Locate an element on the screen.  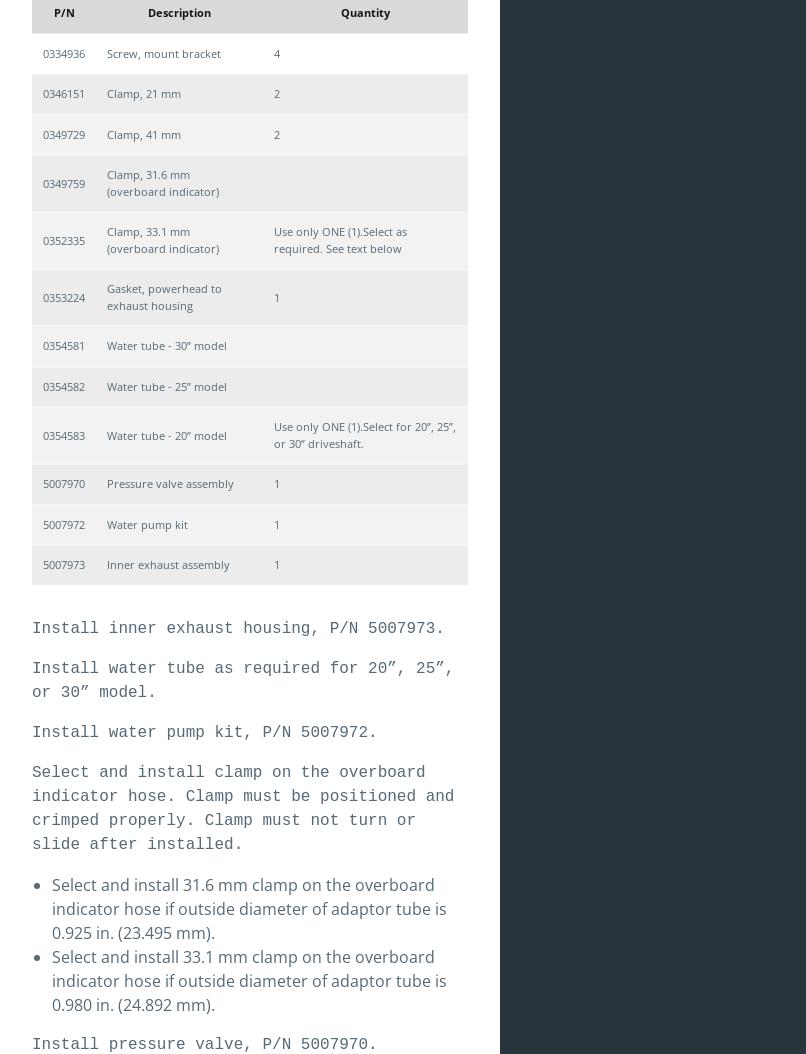
'Water pump kit' is located at coordinates (147, 522).